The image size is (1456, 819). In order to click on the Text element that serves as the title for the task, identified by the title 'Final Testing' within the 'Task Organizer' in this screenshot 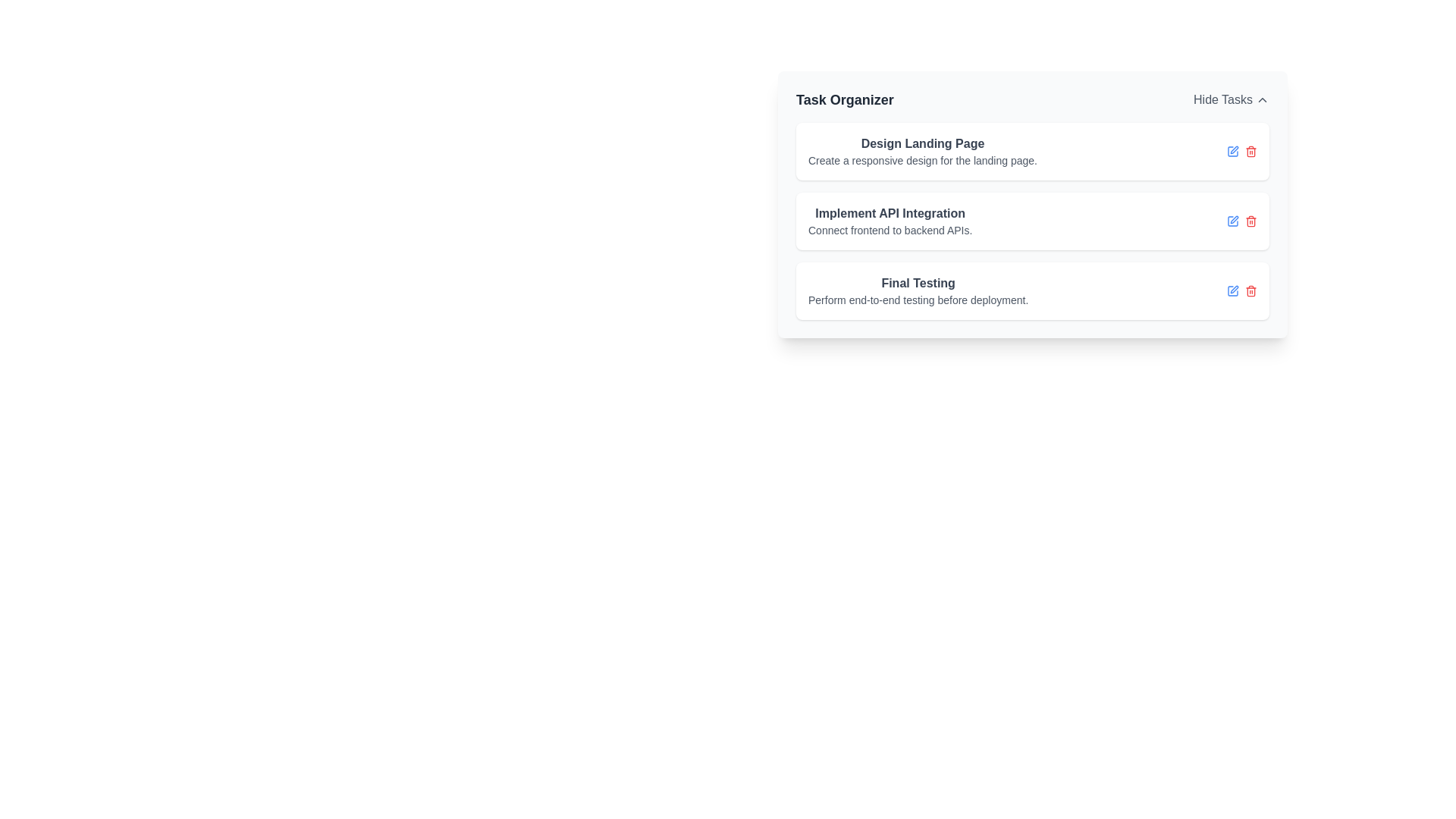, I will do `click(918, 284)`.